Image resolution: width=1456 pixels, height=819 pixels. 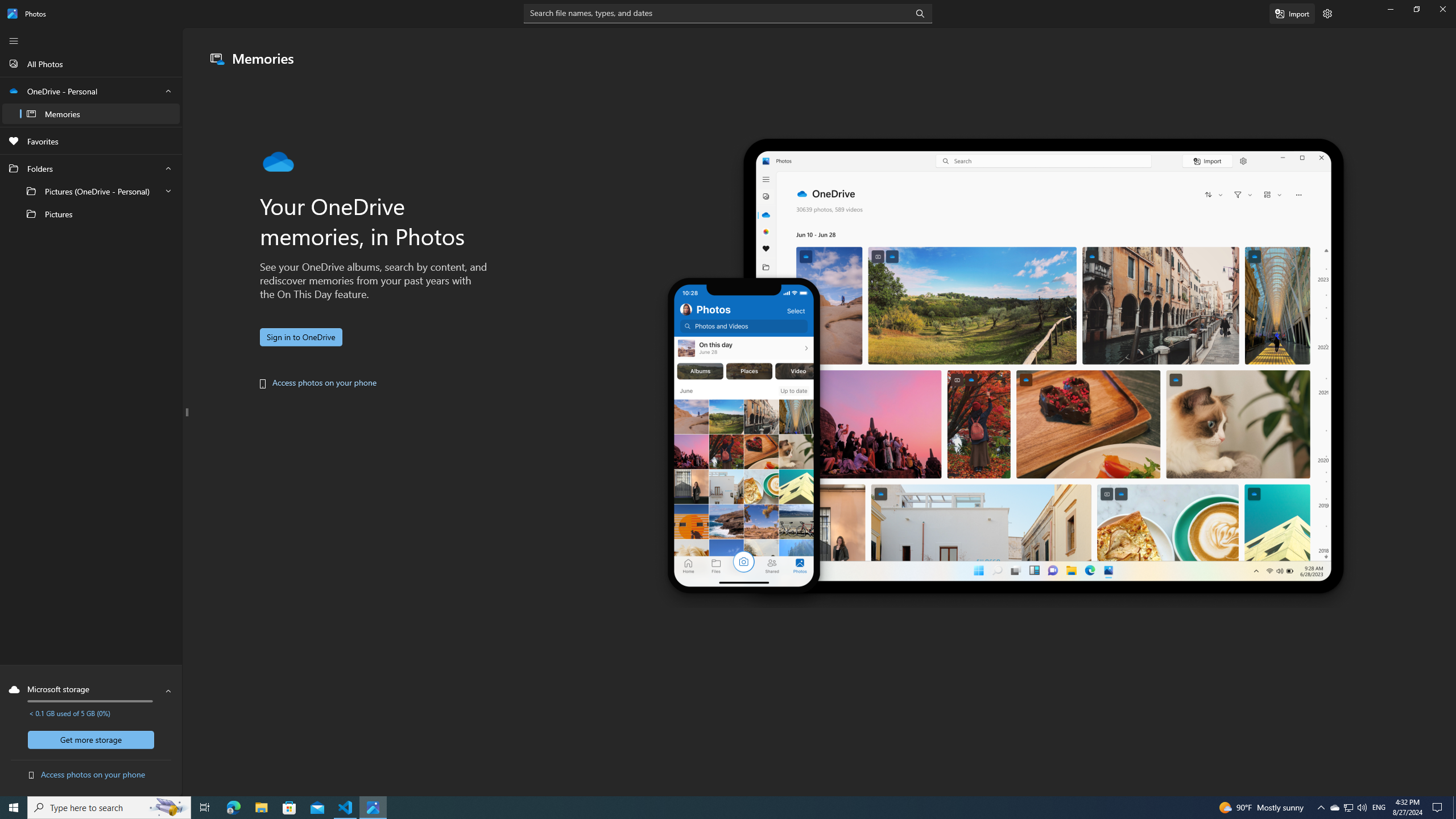 What do you see at coordinates (1321, 806) in the screenshot?
I see `'Notification Chevron'` at bounding box center [1321, 806].